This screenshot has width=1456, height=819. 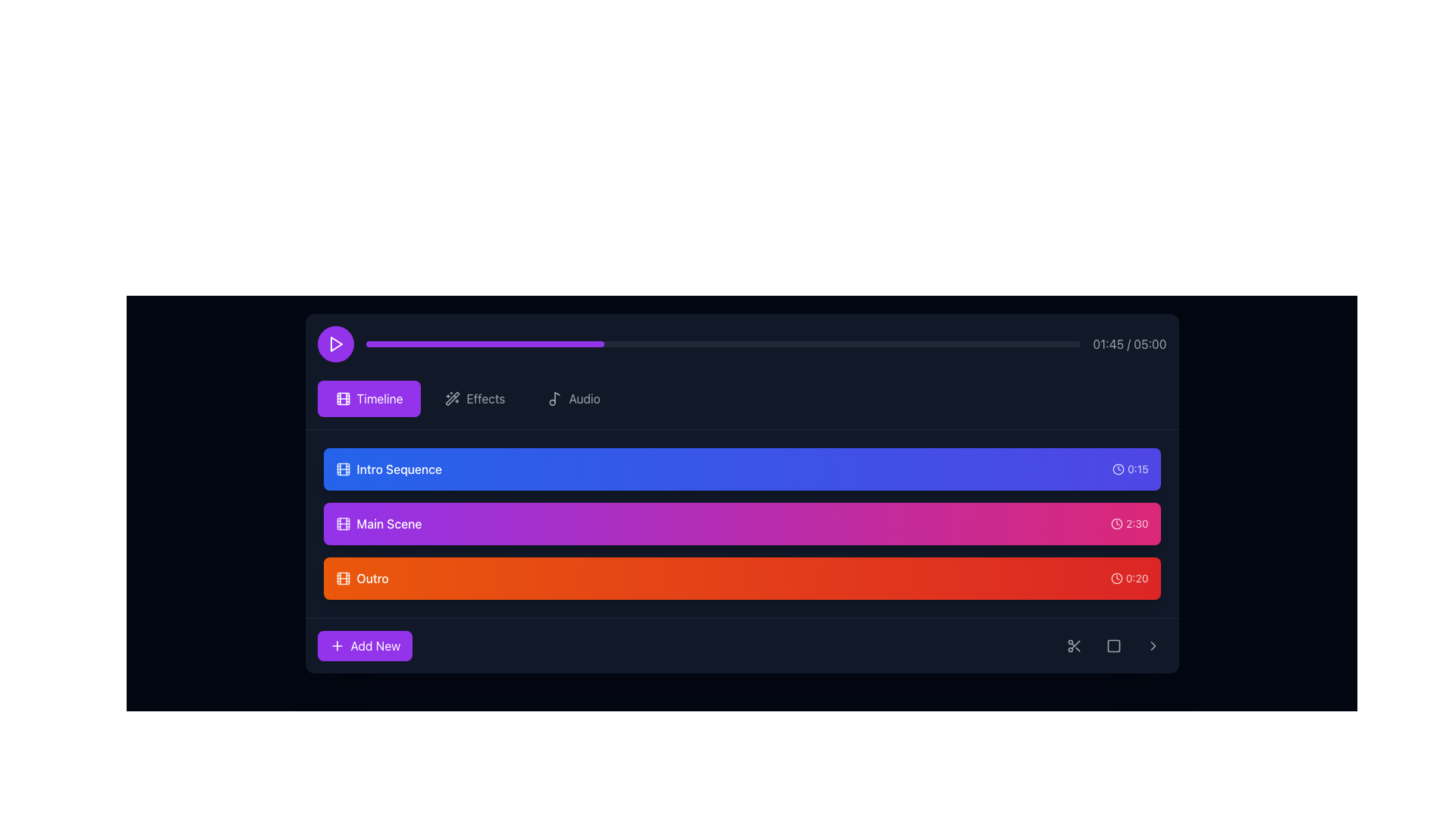 I want to click on the current time and total duration displayed on the progress indicator, which is a horizontal progress bar with a vibrant purple fill and a play icon on the left side, located at the center top of the interface, so click(x=742, y=344).